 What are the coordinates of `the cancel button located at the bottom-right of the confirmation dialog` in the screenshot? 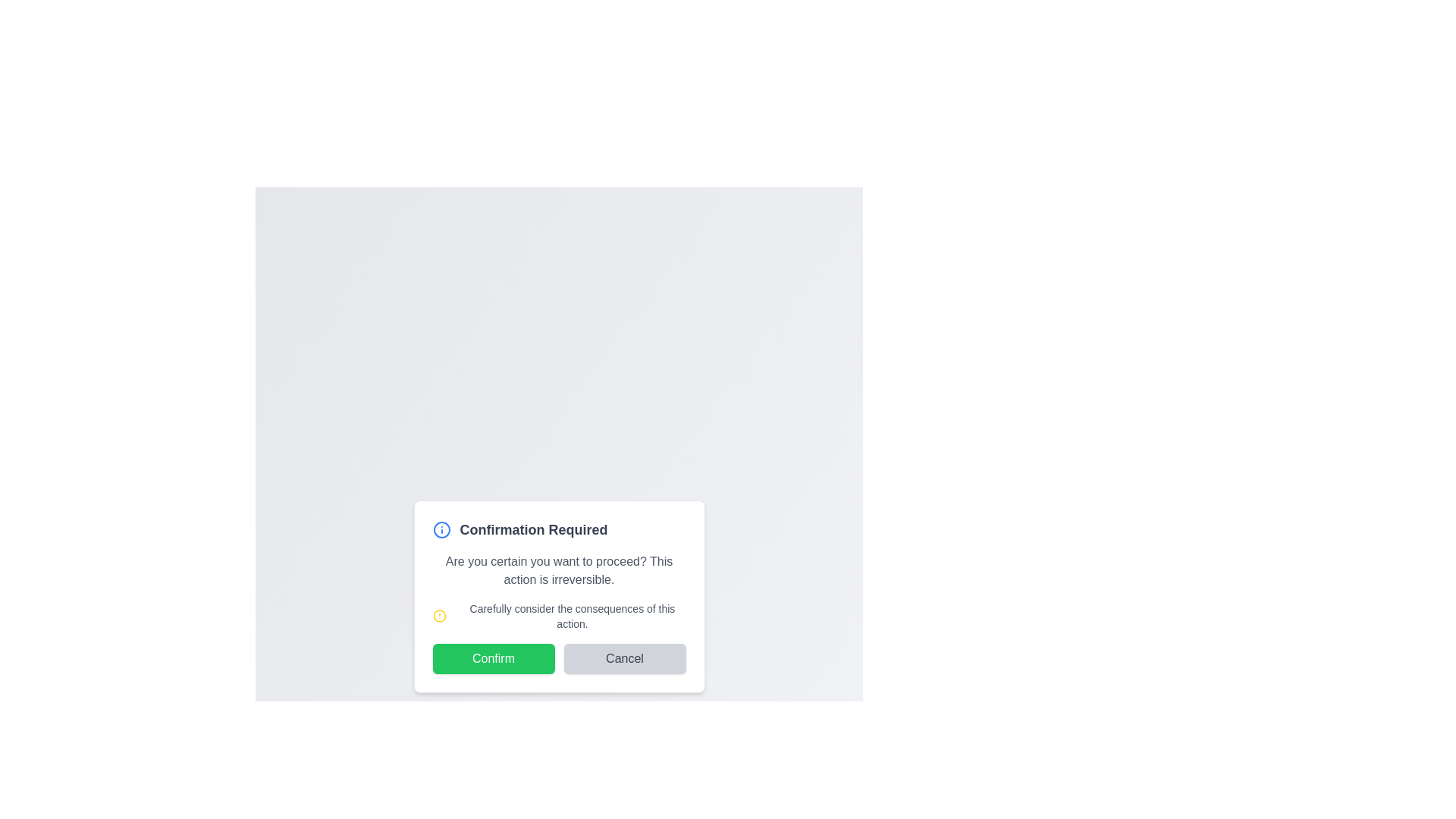 It's located at (625, 657).